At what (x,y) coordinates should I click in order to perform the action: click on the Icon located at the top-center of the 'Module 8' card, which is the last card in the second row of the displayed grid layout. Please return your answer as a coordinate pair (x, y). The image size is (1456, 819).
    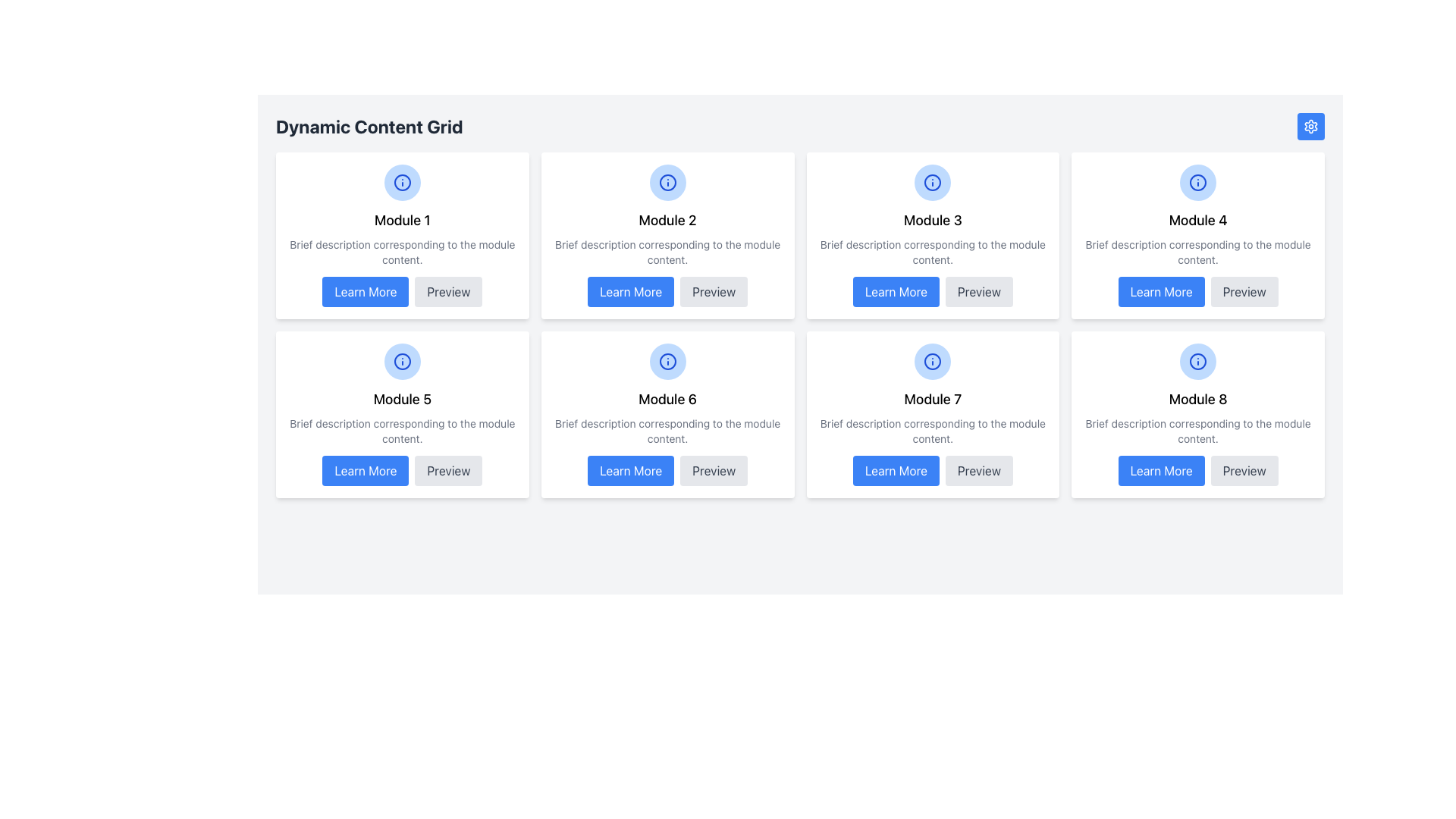
    Looking at the image, I should click on (1197, 362).